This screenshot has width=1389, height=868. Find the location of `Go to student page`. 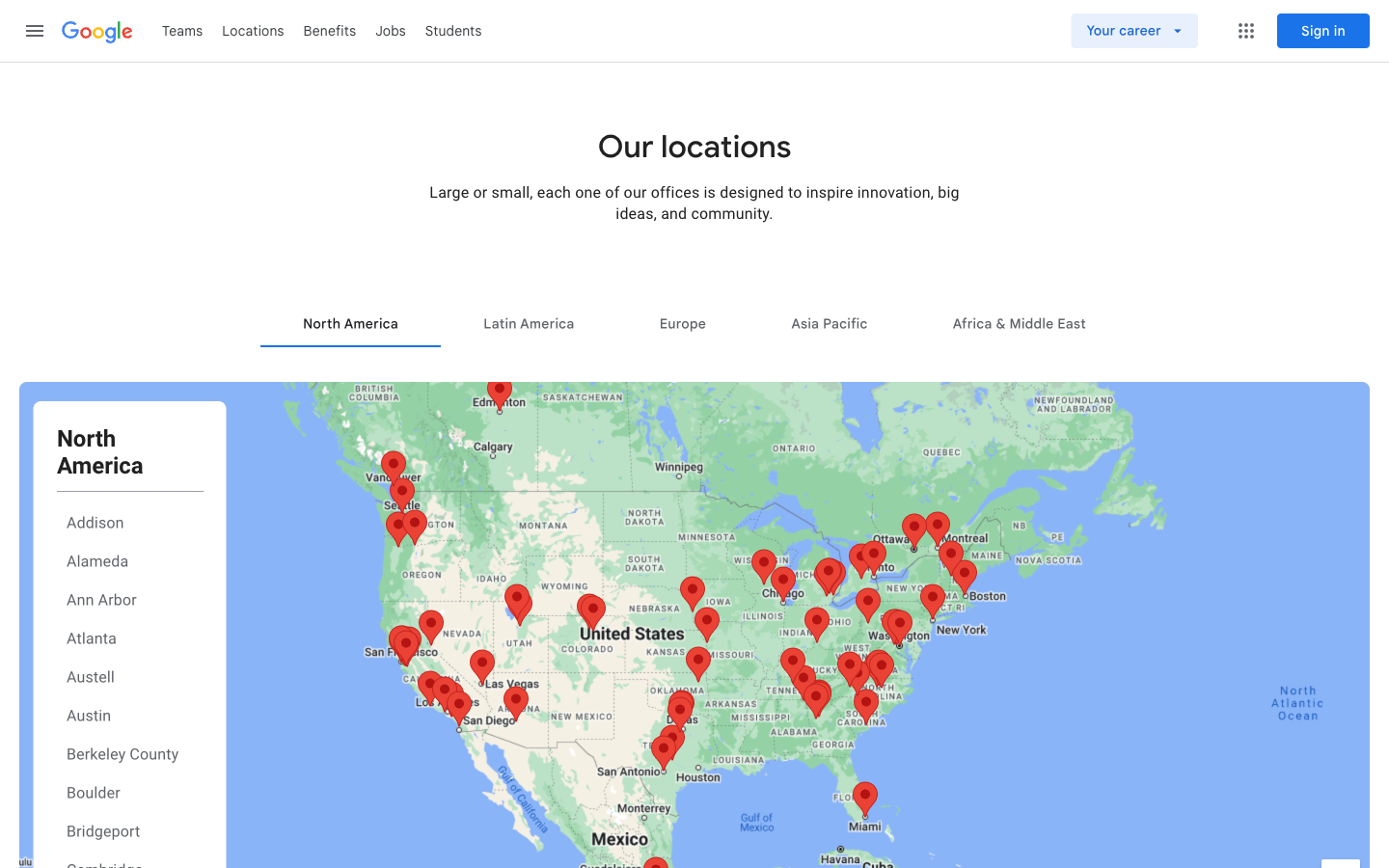

Go to student page is located at coordinates (453, 29).